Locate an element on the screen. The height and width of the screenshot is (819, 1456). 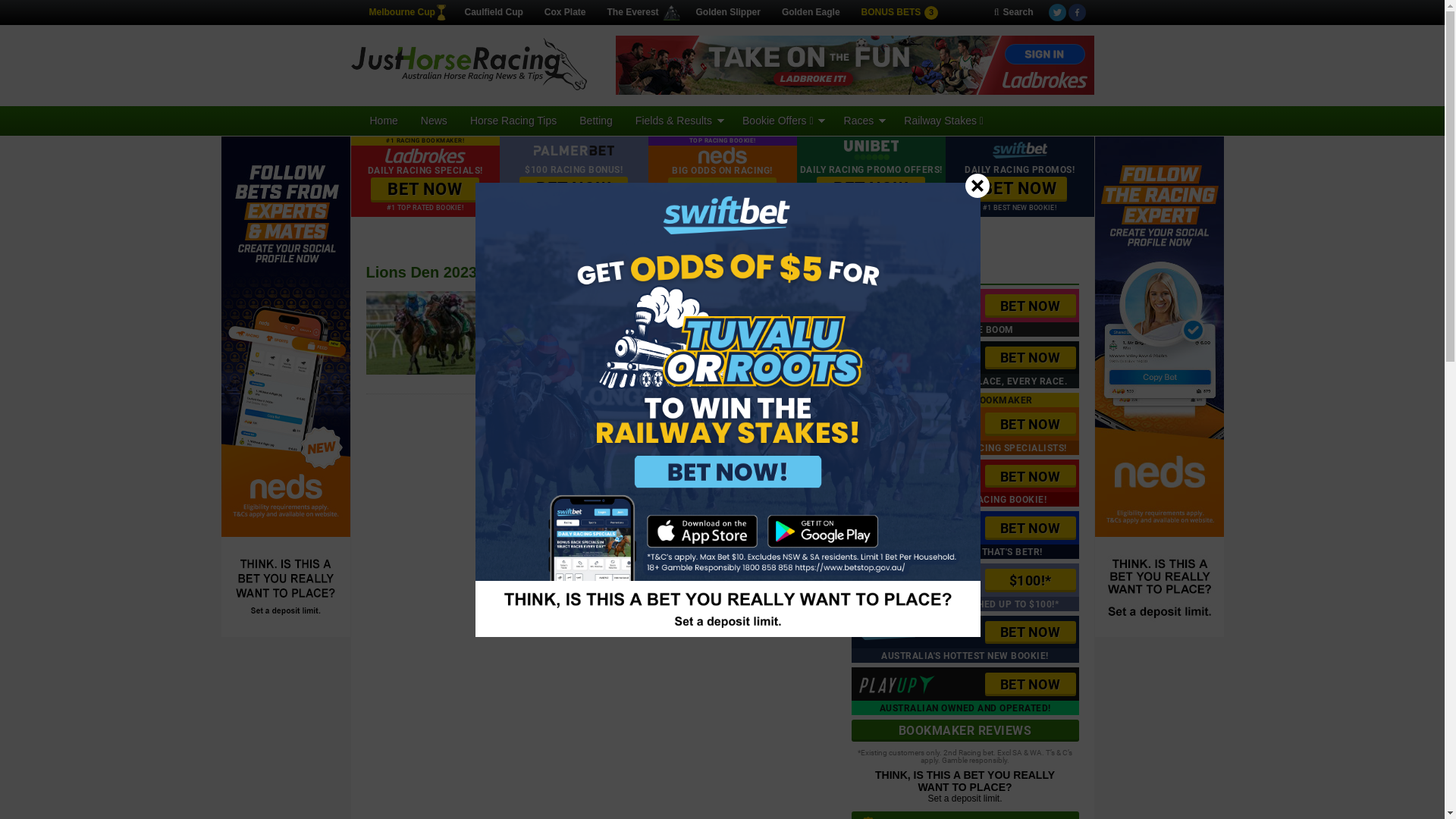
'Races' is located at coordinates (862, 119).